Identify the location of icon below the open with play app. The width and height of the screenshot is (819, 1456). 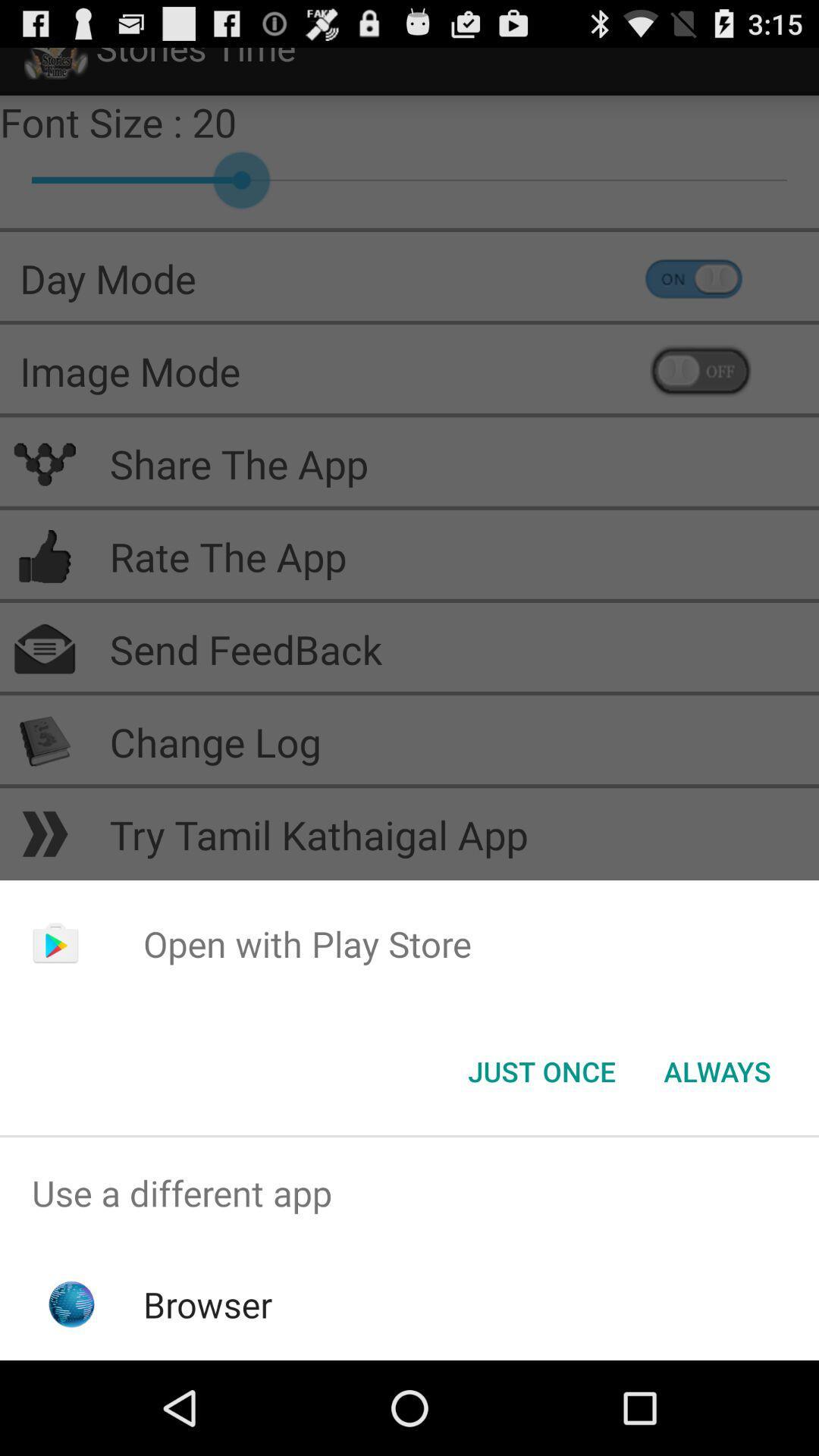
(541, 1070).